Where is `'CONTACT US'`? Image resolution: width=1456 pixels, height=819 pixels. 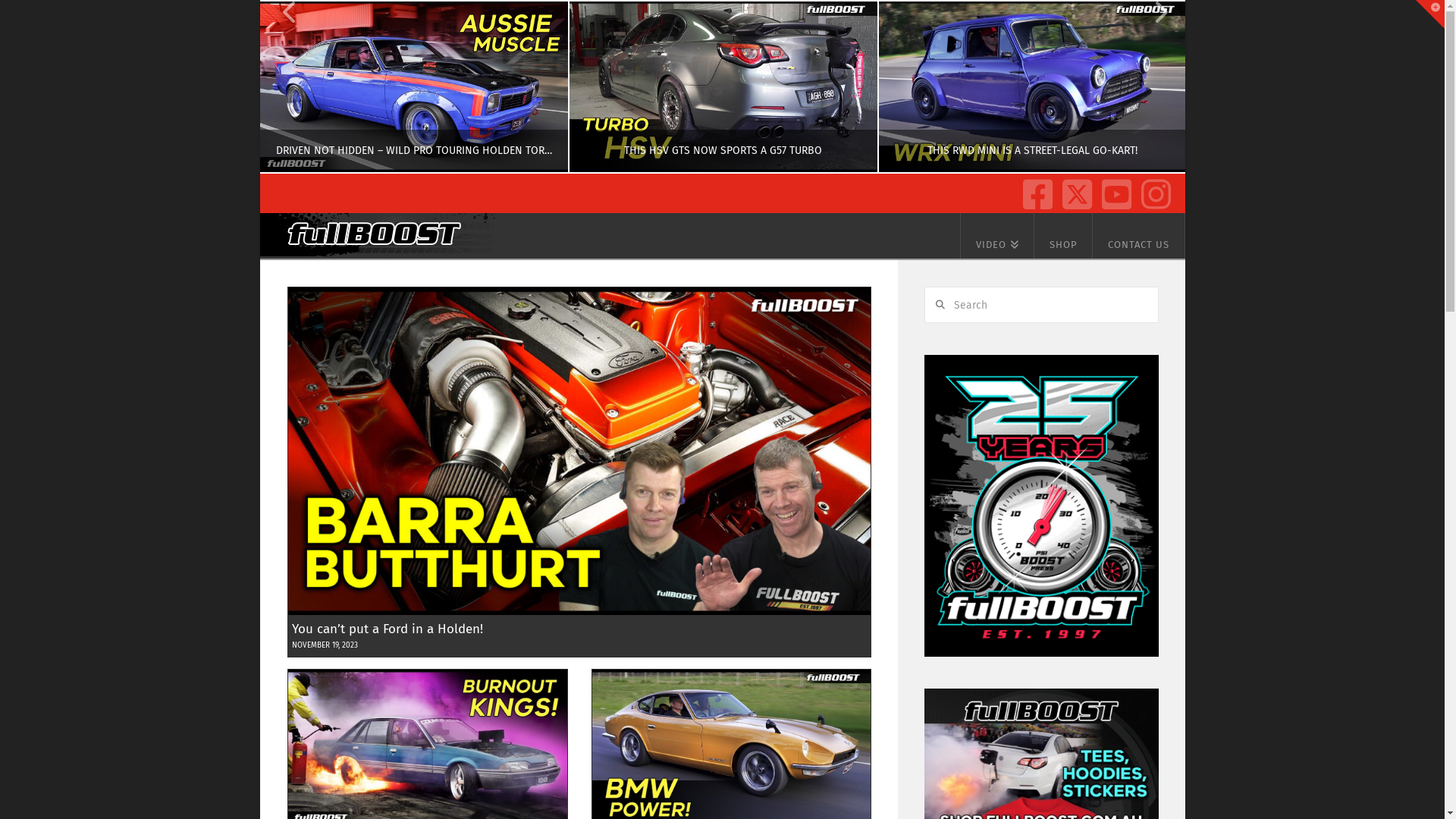
'CONTACT US' is located at coordinates (1139, 236).